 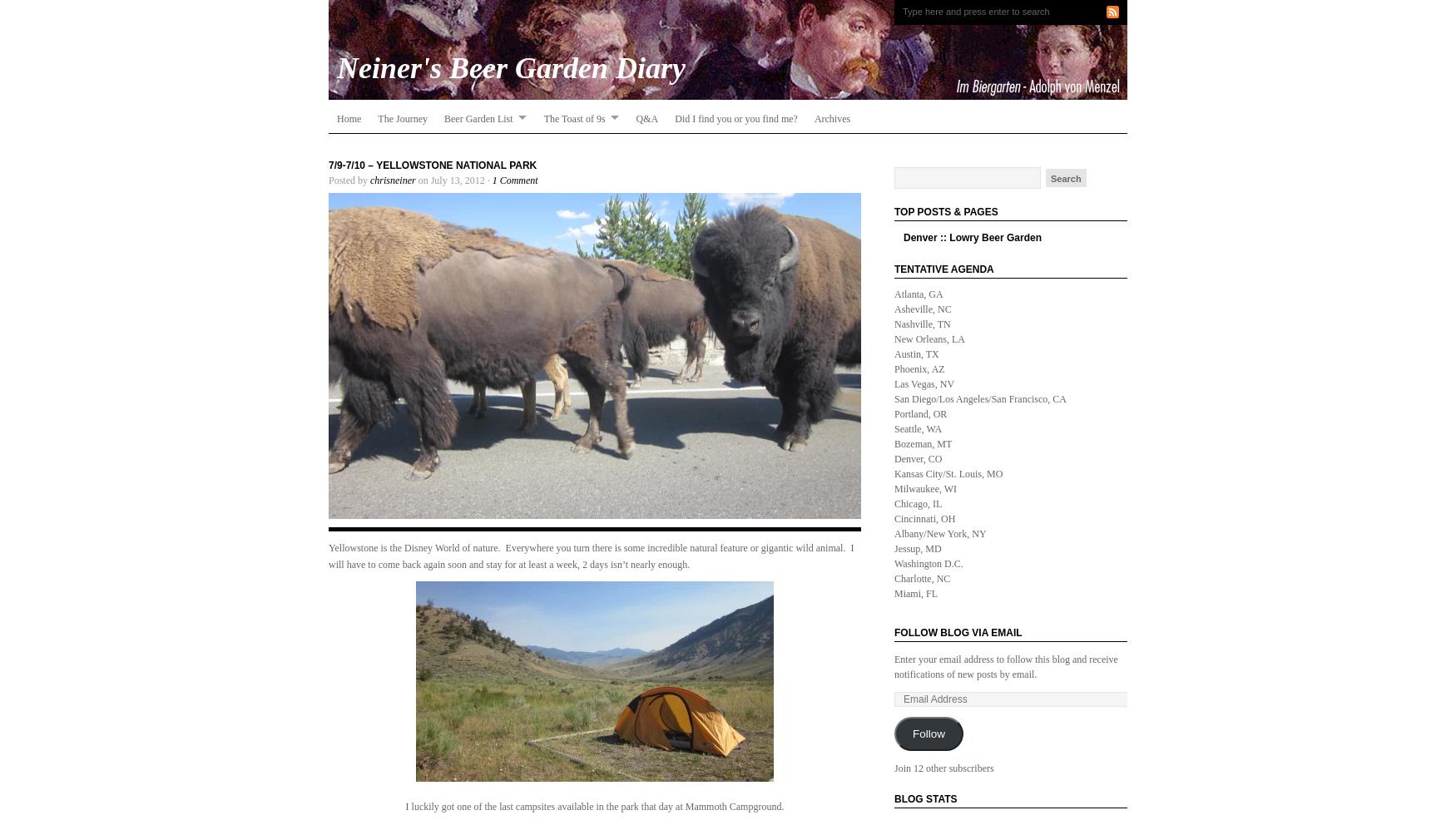 I want to click on 'Miami, FL', so click(x=915, y=592).